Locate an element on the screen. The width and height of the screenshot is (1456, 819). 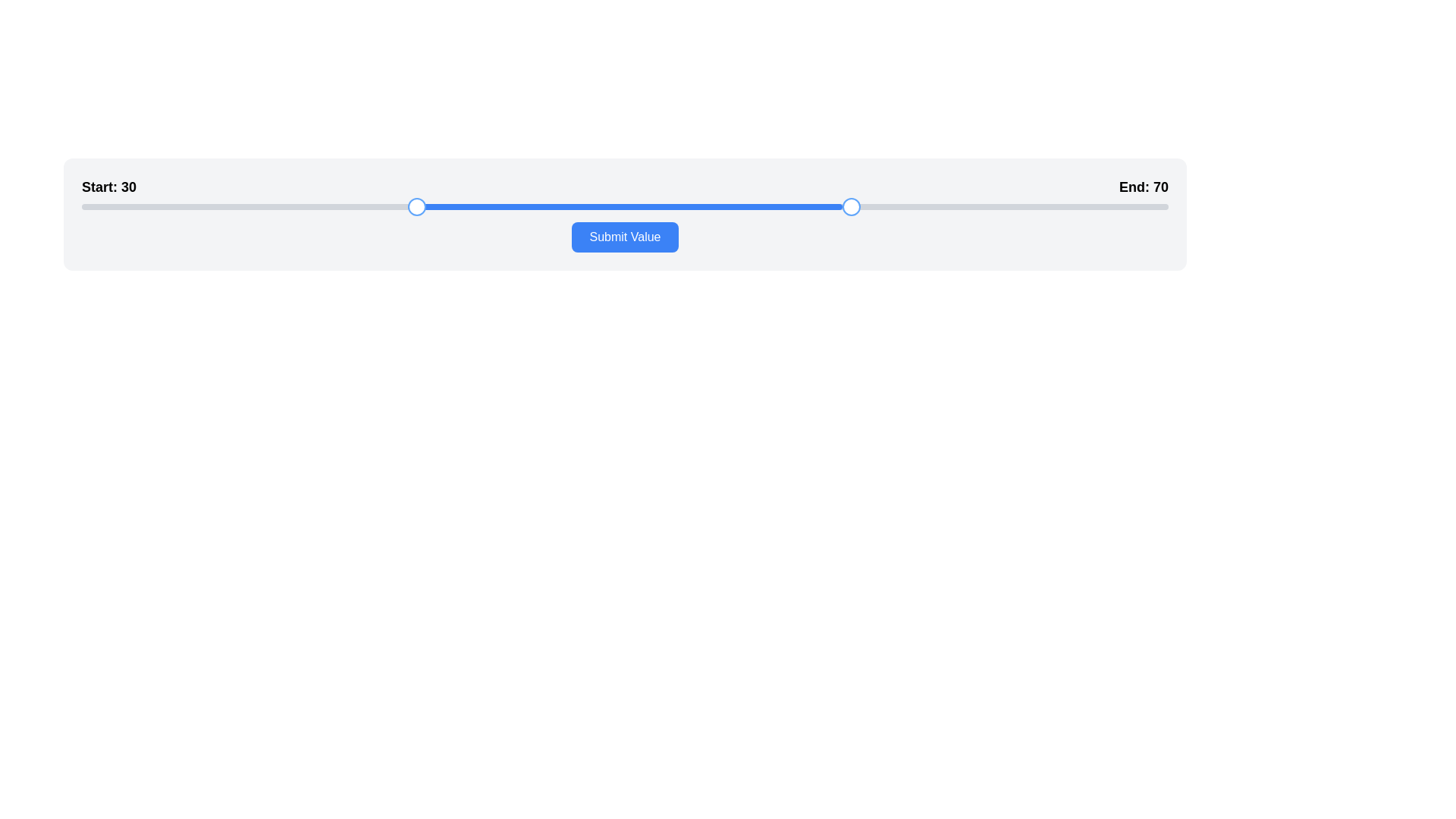
slider position is located at coordinates (512, 207).